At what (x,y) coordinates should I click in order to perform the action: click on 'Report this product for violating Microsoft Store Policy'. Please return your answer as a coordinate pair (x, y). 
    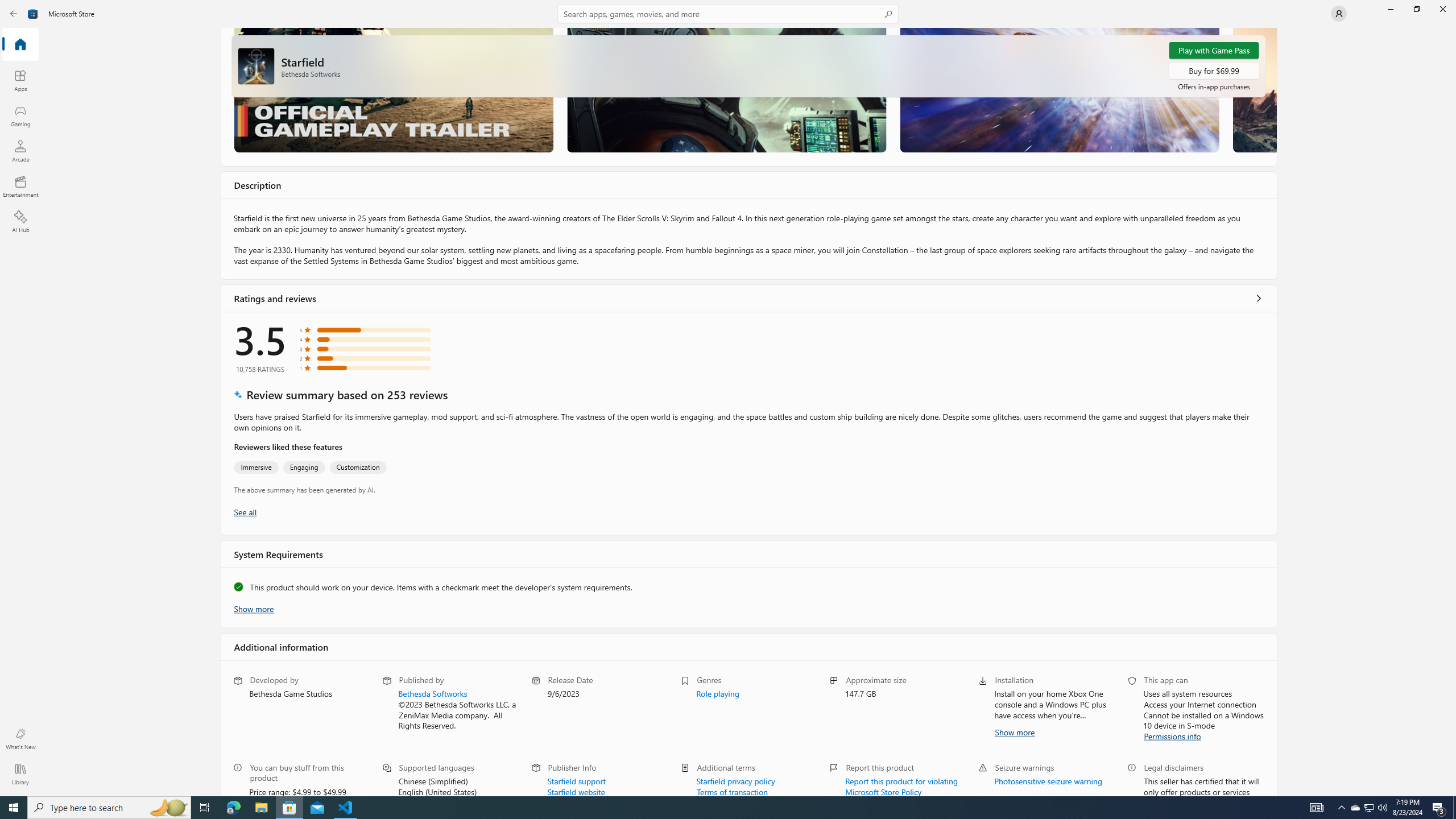
    Looking at the image, I should click on (901, 785).